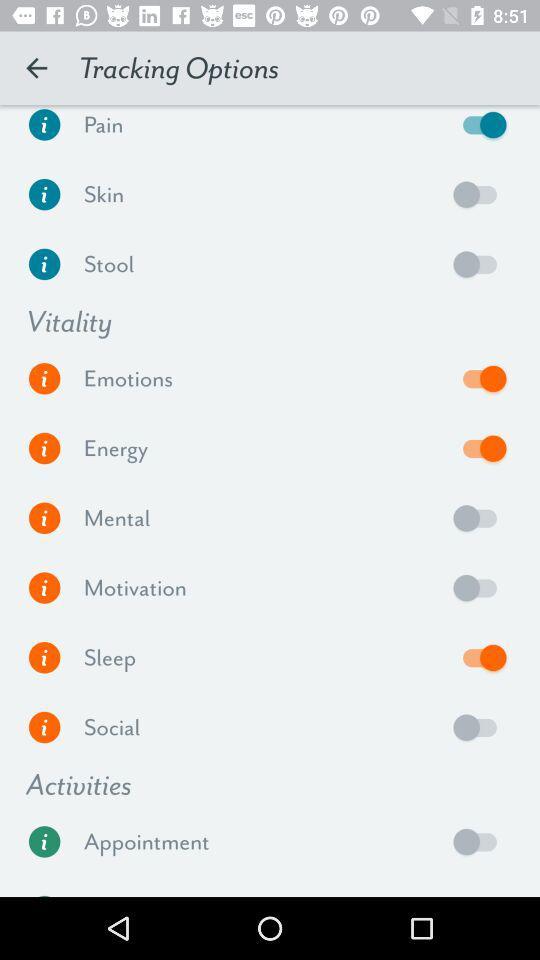 The width and height of the screenshot is (540, 960). I want to click on more informatioon under appointment, so click(44, 840).